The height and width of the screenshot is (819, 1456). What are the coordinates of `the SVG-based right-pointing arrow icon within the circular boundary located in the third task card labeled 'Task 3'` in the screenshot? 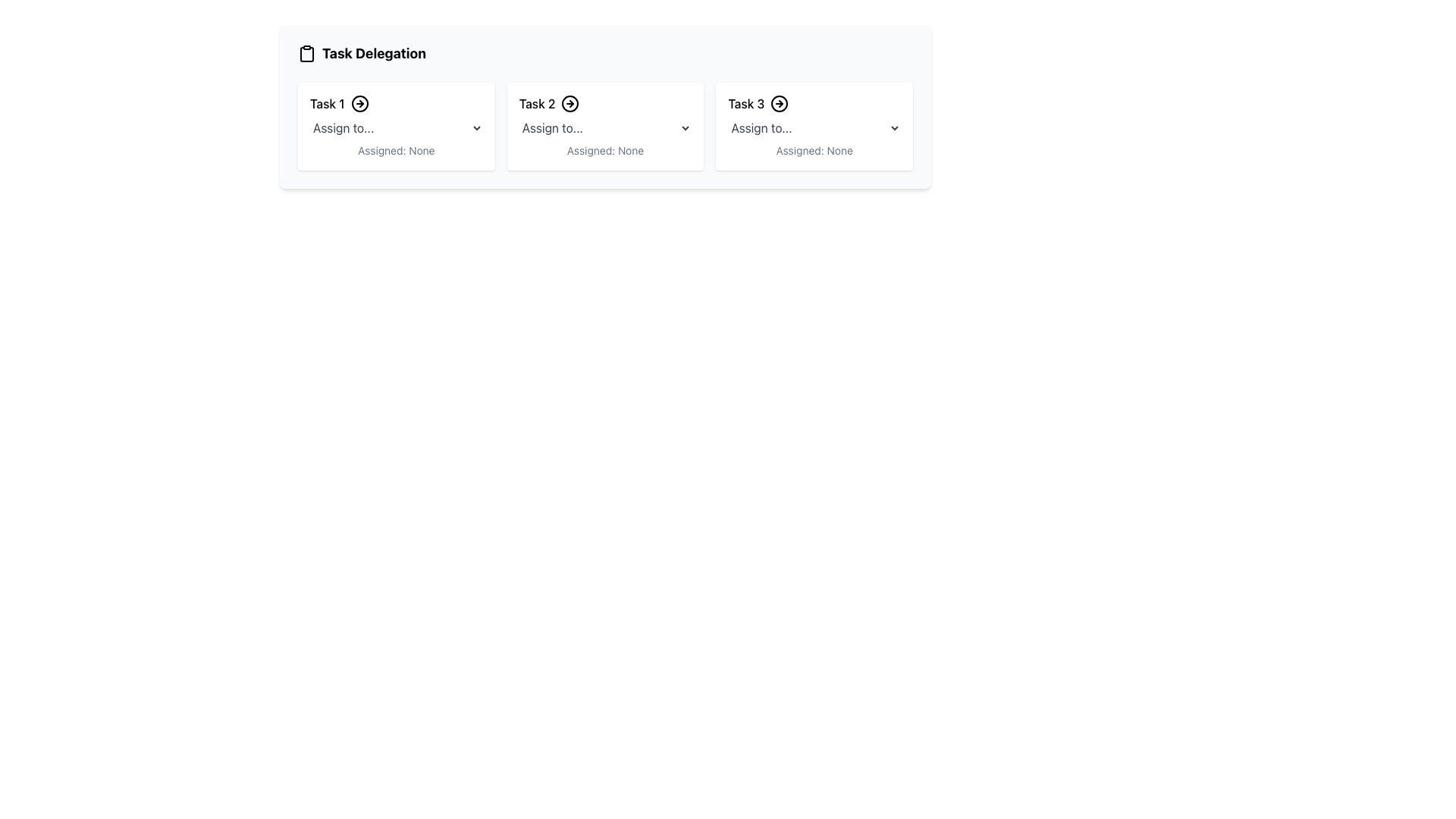 It's located at (780, 103).